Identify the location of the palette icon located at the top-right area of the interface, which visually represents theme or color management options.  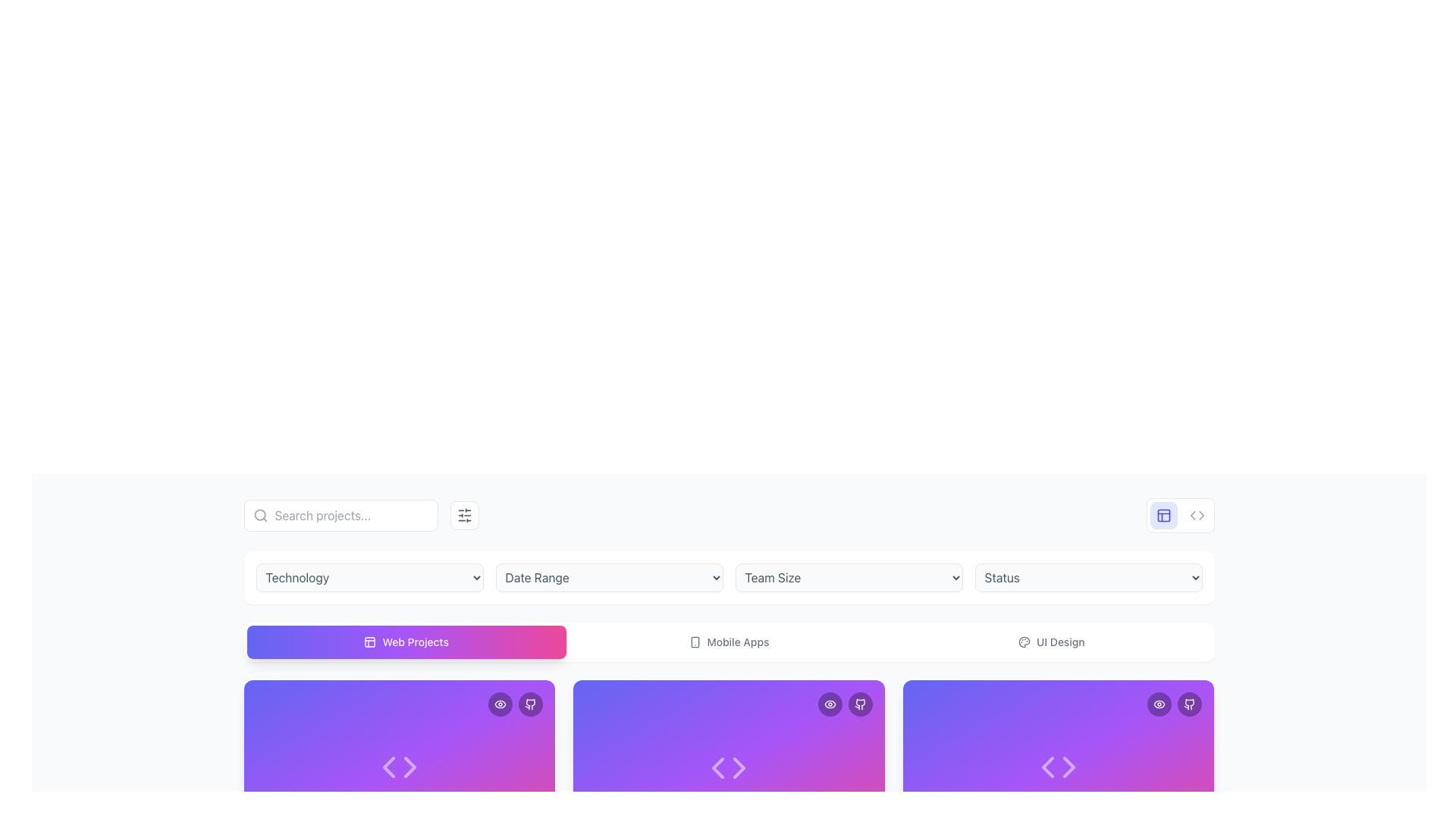
(1025, 642).